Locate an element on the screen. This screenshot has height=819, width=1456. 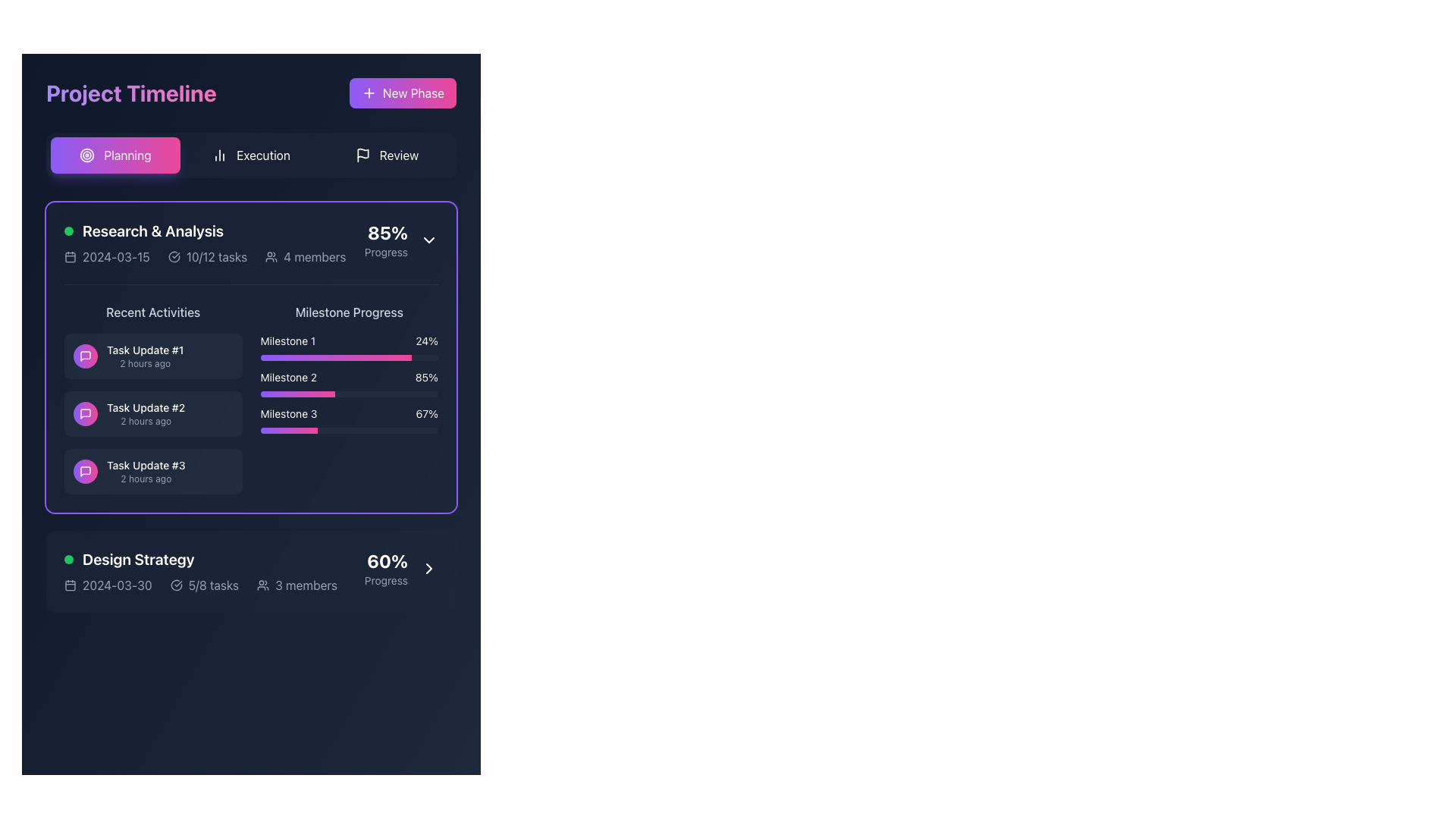
the progress indicator percentage located in the bottom-right corner of the 'Design Strategy' section is located at coordinates (401, 568).